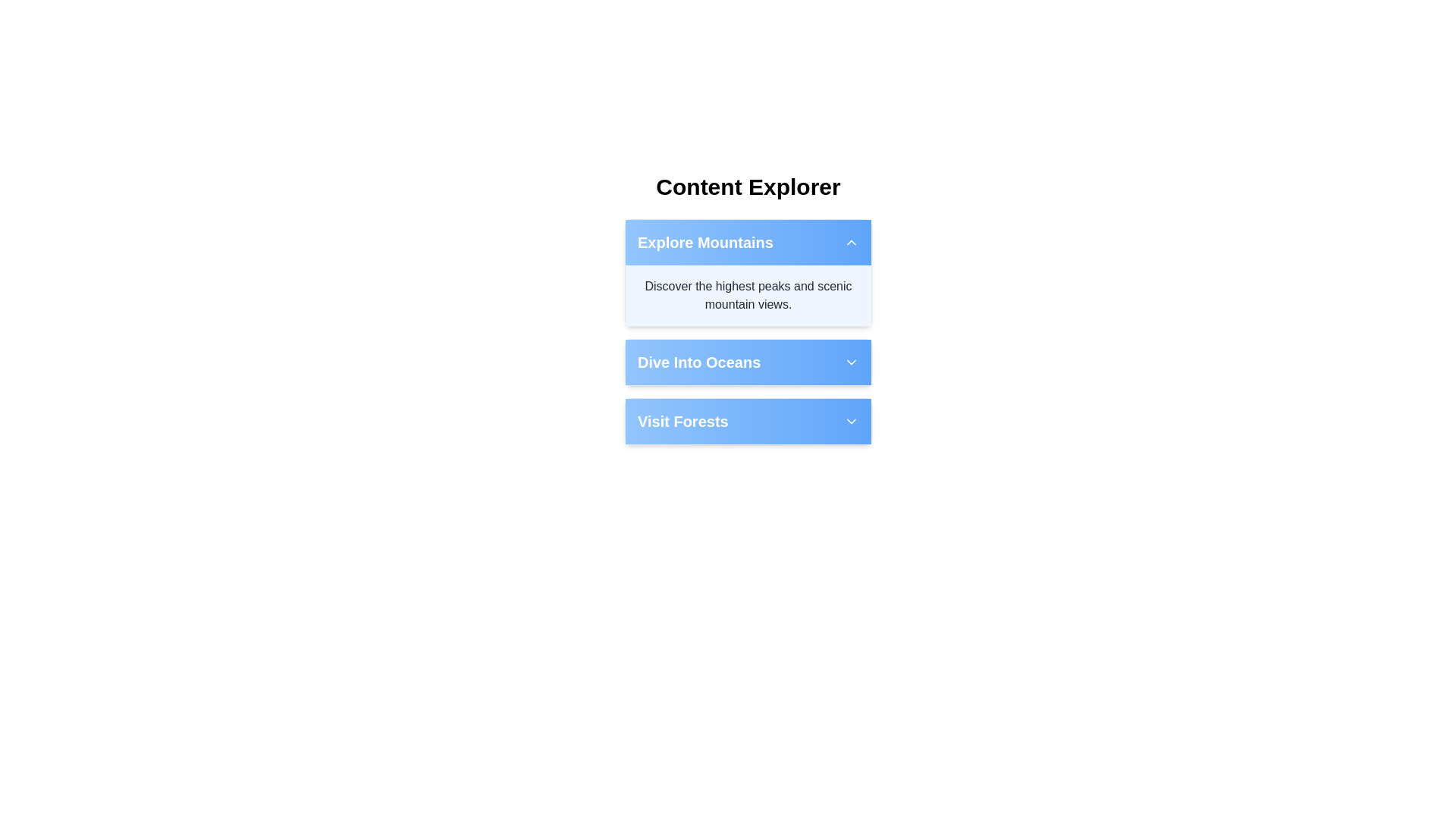 The image size is (1456, 819). What do you see at coordinates (748, 242) in the screenshot?
I see `the Collapsible Section Header for the 'Explore Mountains' section` at bounding box center [748, 242].